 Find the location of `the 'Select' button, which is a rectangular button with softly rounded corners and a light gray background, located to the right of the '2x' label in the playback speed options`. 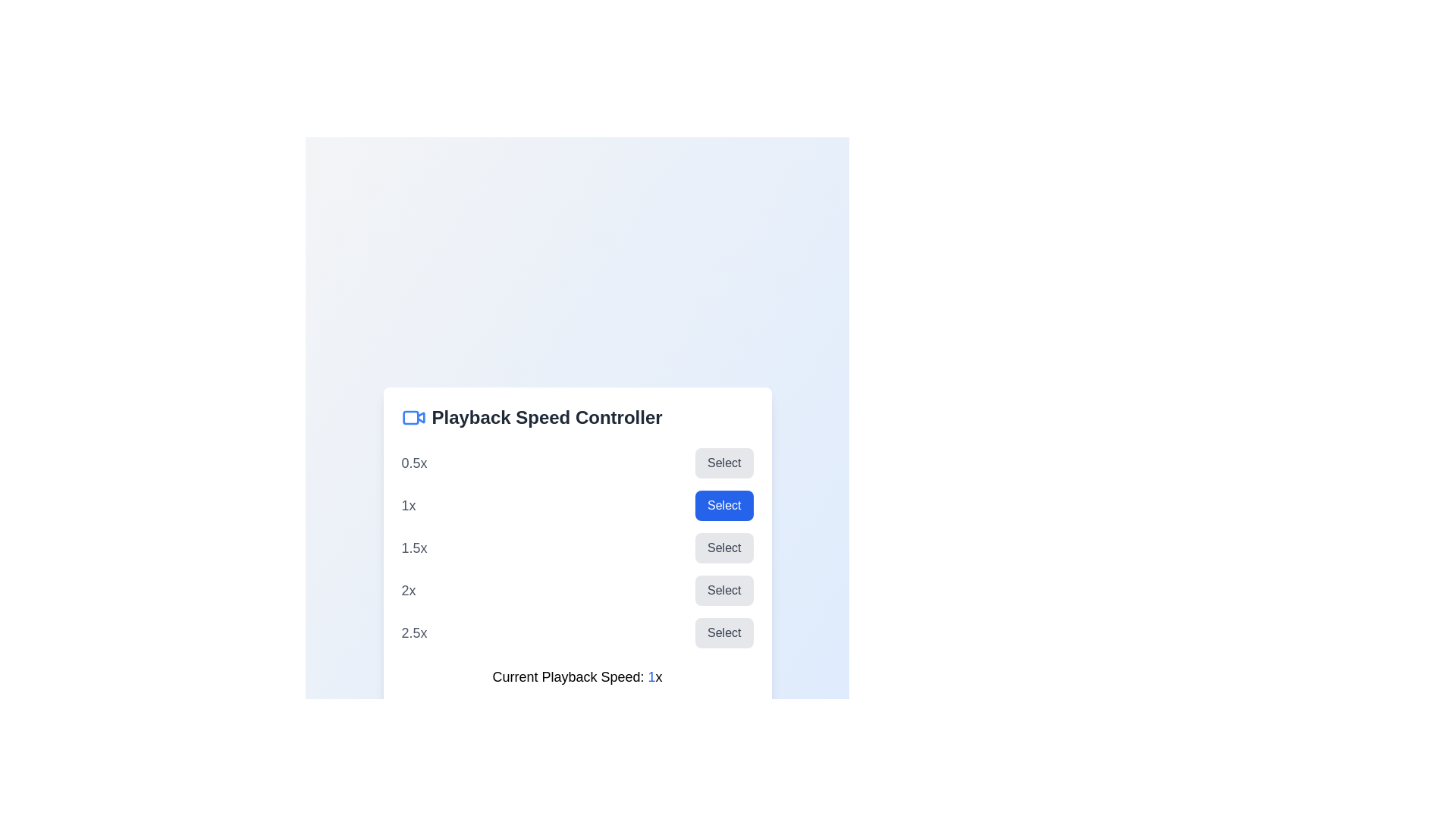

the 'Select' button, which is a rectangular button with softly rounded corners and a light gray background, located to the right of the '2x' label in the playback speed options is located at coordinates (723, 590).